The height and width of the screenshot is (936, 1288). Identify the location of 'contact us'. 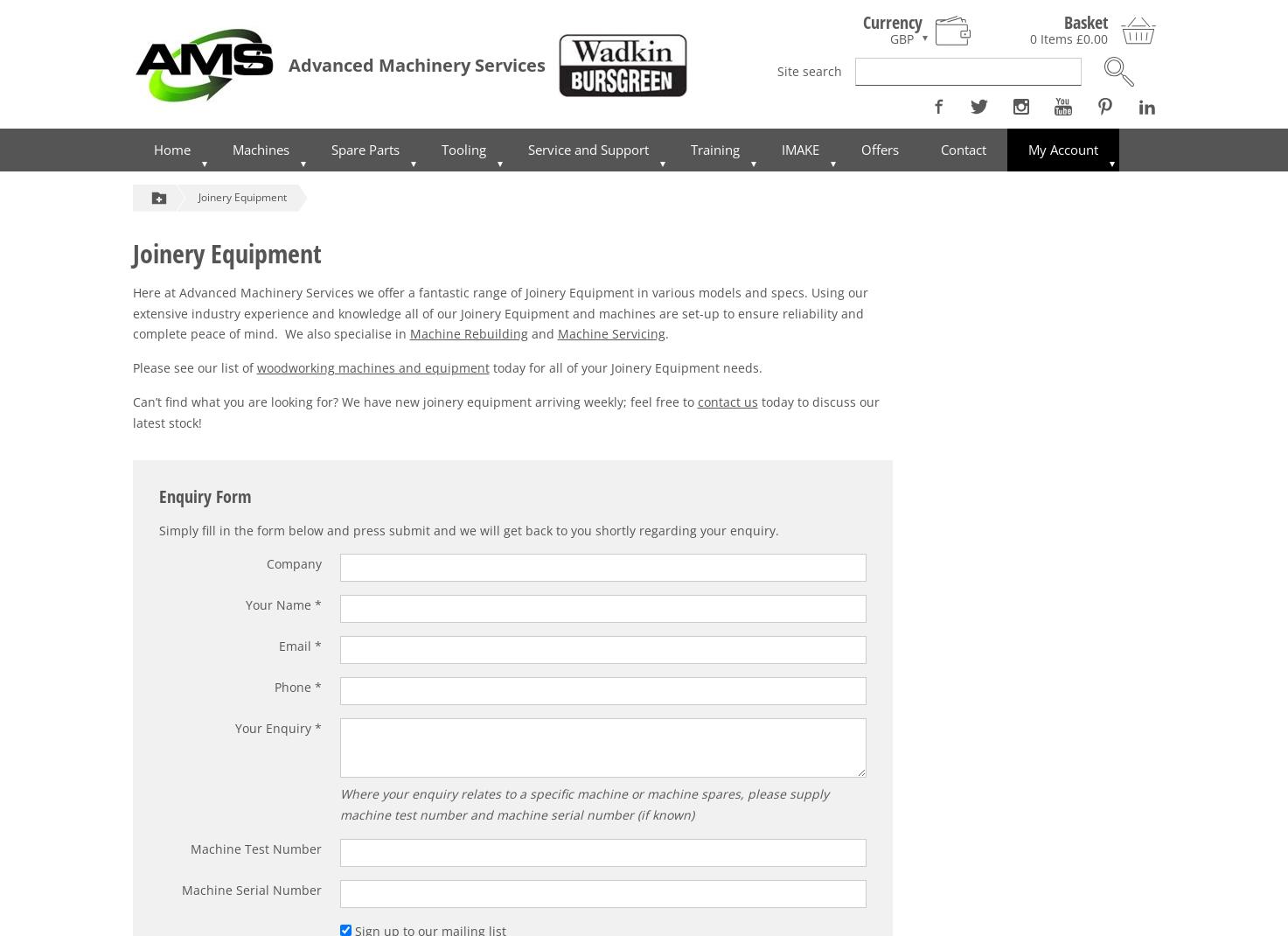
(727, 402).